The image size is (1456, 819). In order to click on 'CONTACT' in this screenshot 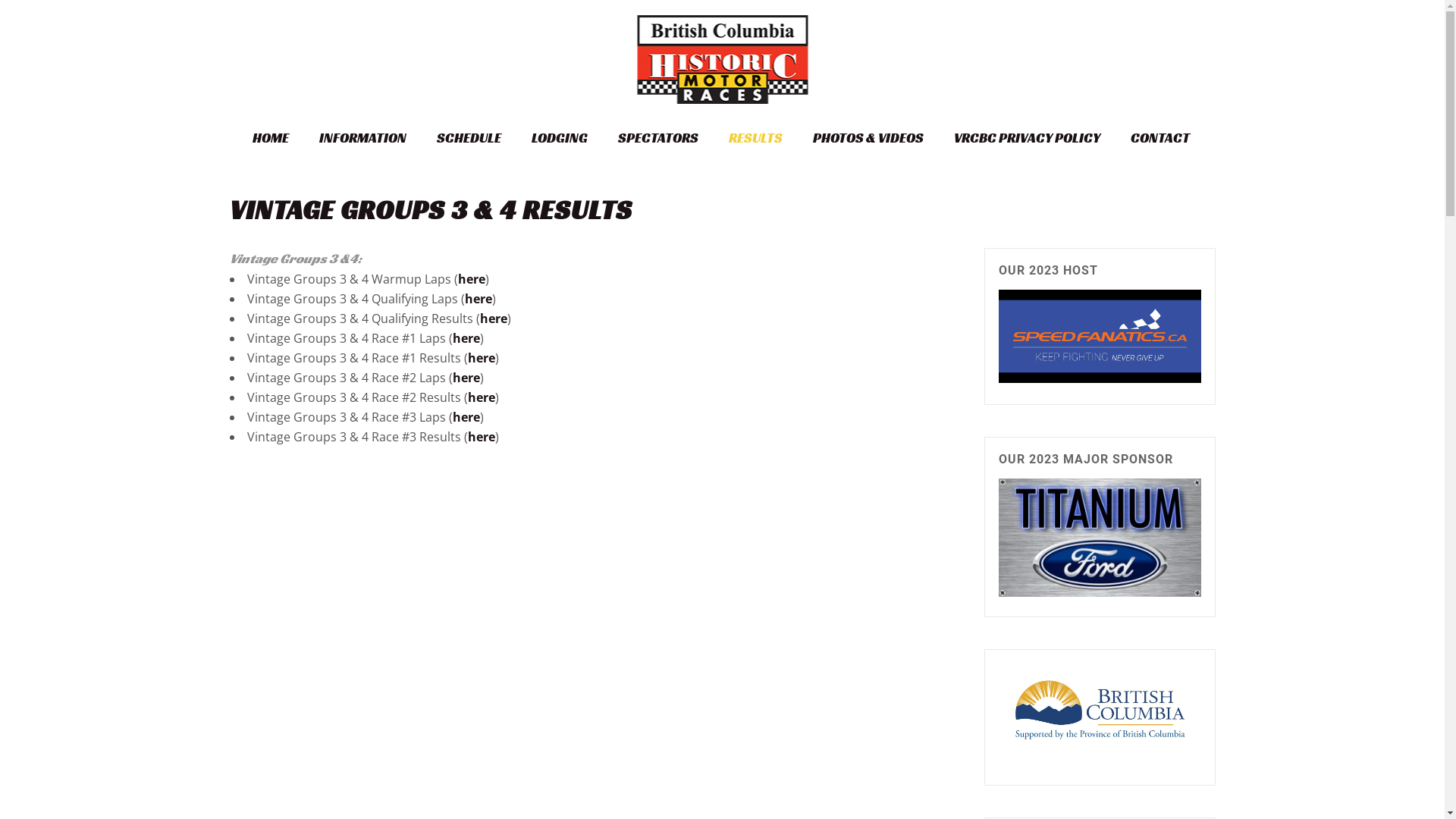, I will do `click(1159, 137)`.